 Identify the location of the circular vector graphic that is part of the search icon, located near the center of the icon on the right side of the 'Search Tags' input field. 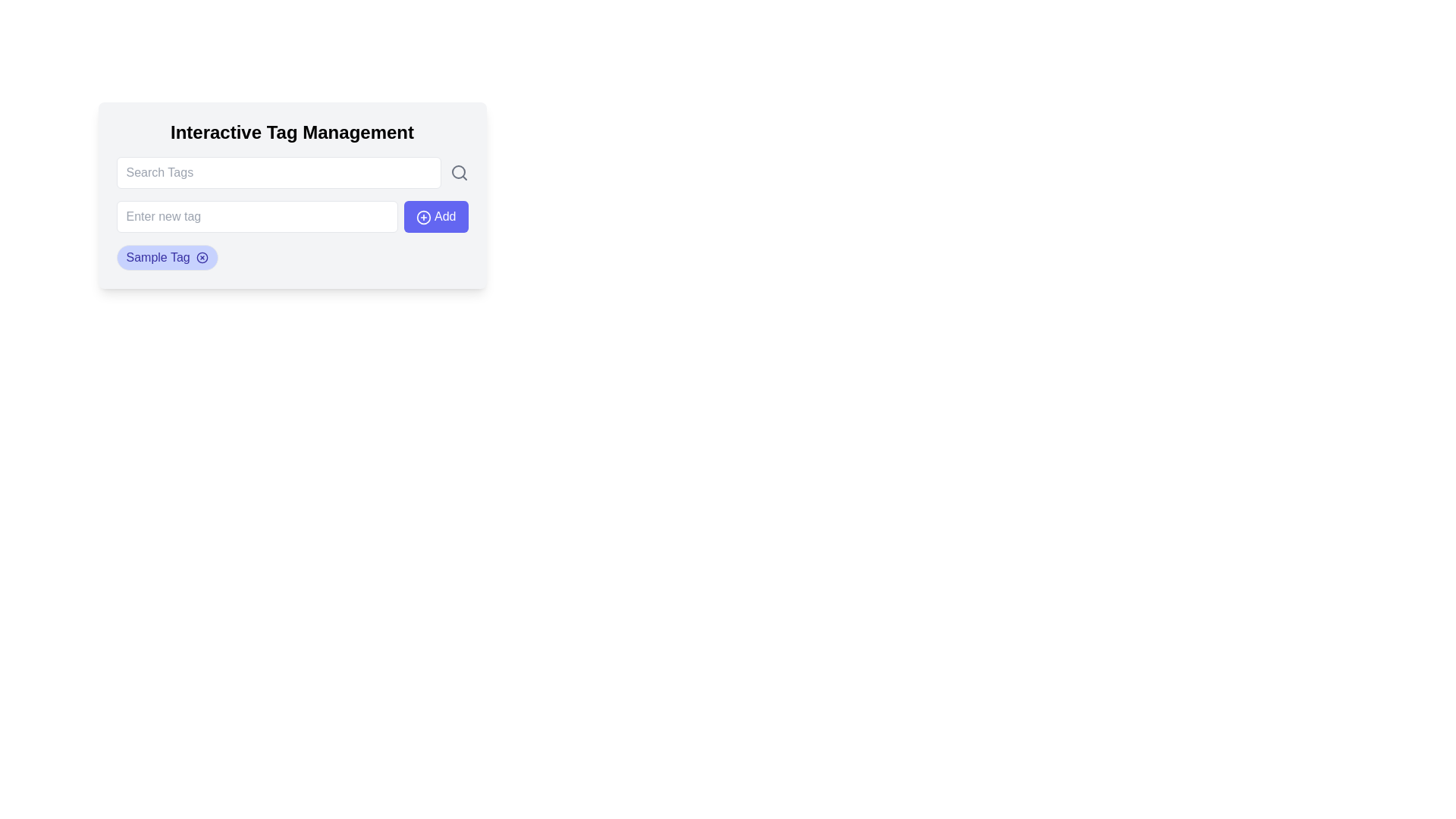
(457, 171).